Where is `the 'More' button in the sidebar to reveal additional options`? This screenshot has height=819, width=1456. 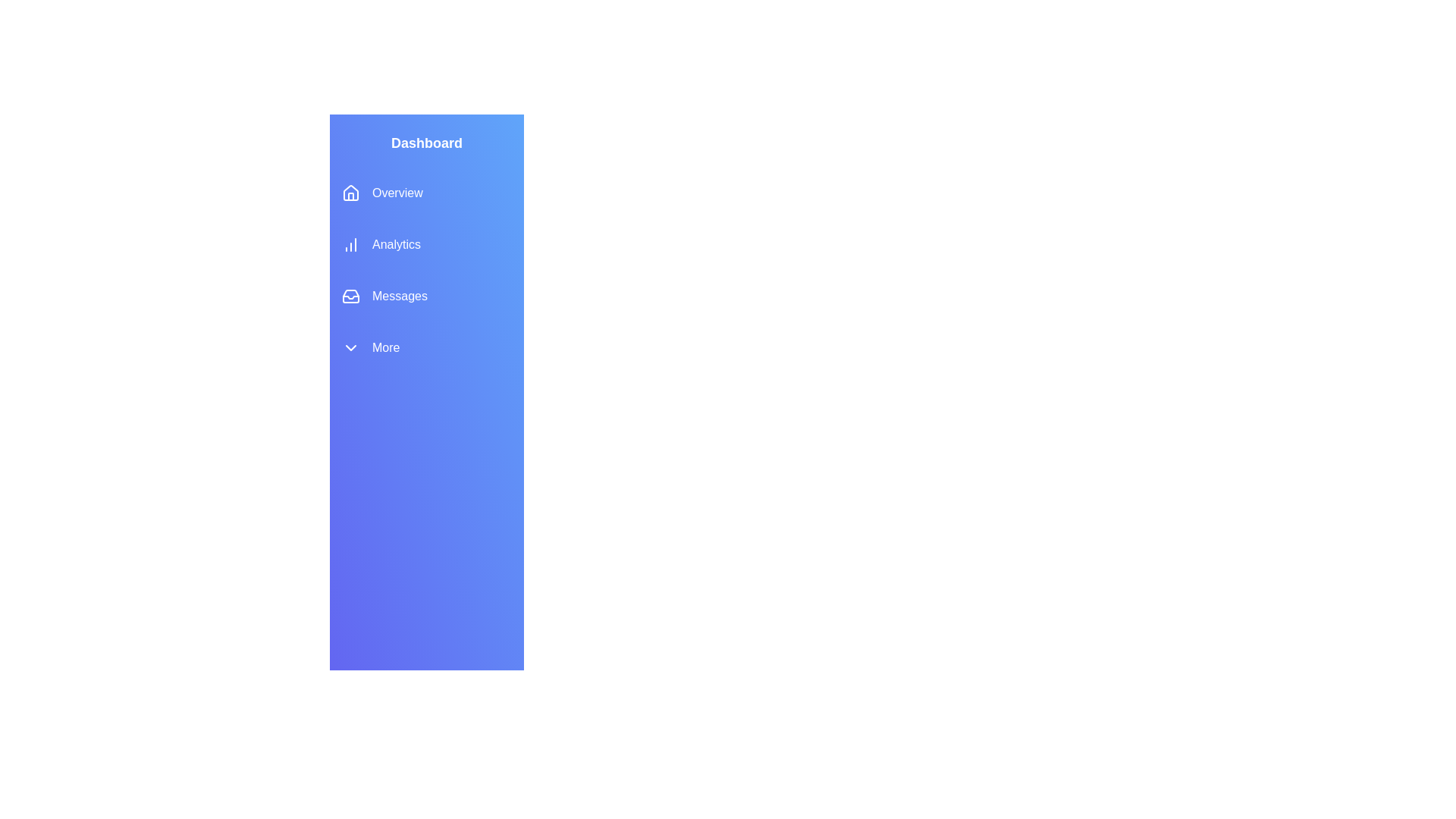 the 'More' button in the sidebar to reveal additional options is located at coordinates (425, 348).